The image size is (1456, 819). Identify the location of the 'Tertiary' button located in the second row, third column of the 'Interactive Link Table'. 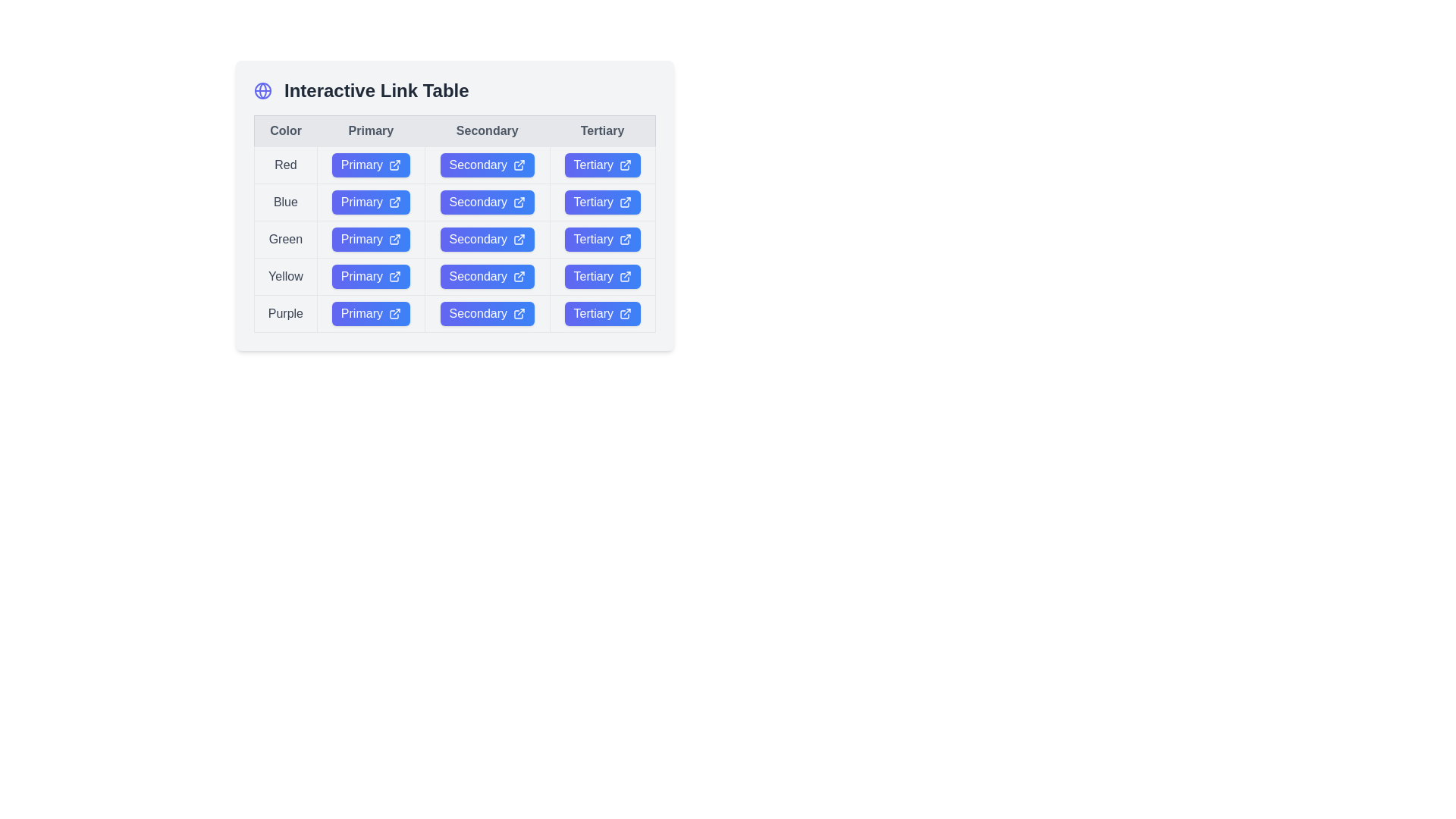
(592, 201).